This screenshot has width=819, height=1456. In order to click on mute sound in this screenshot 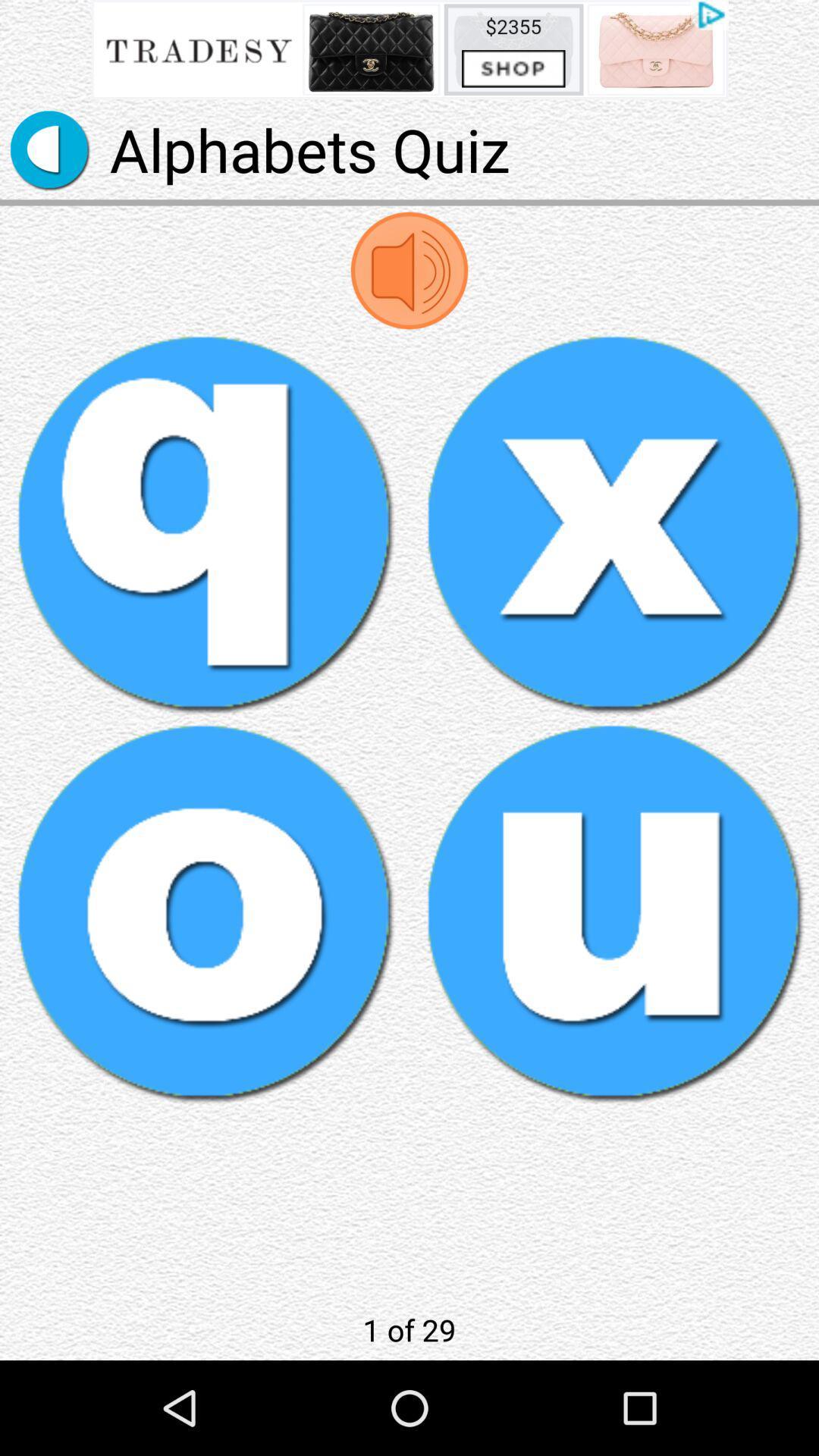, I will do `click(409, 270)`.